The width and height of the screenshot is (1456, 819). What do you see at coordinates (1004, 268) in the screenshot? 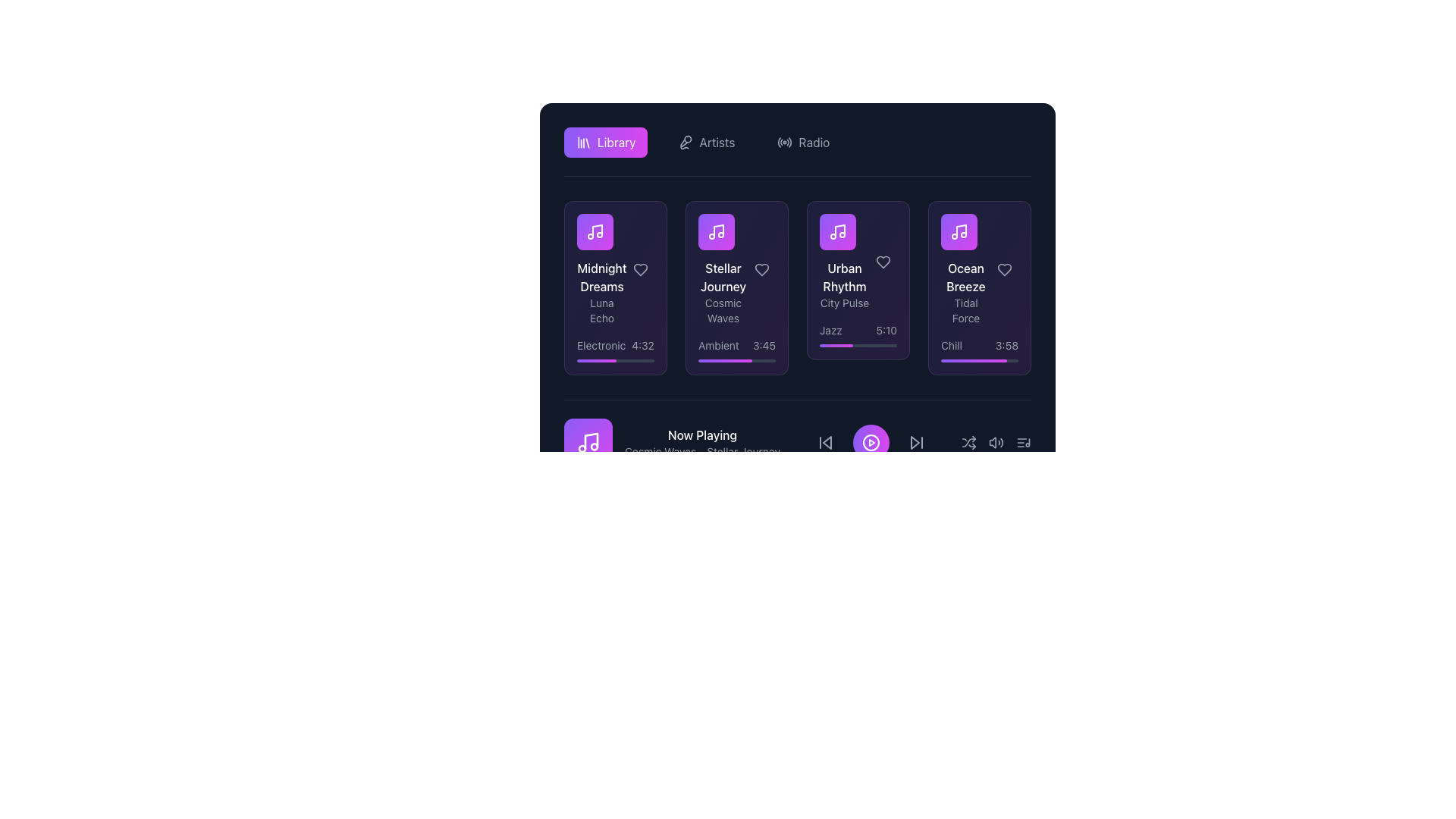
I see `the heart-shaped icon button located in the upper-right corner of the 'Ocean Breeze' card to favorite the item` at bounding box center [1004, 268].